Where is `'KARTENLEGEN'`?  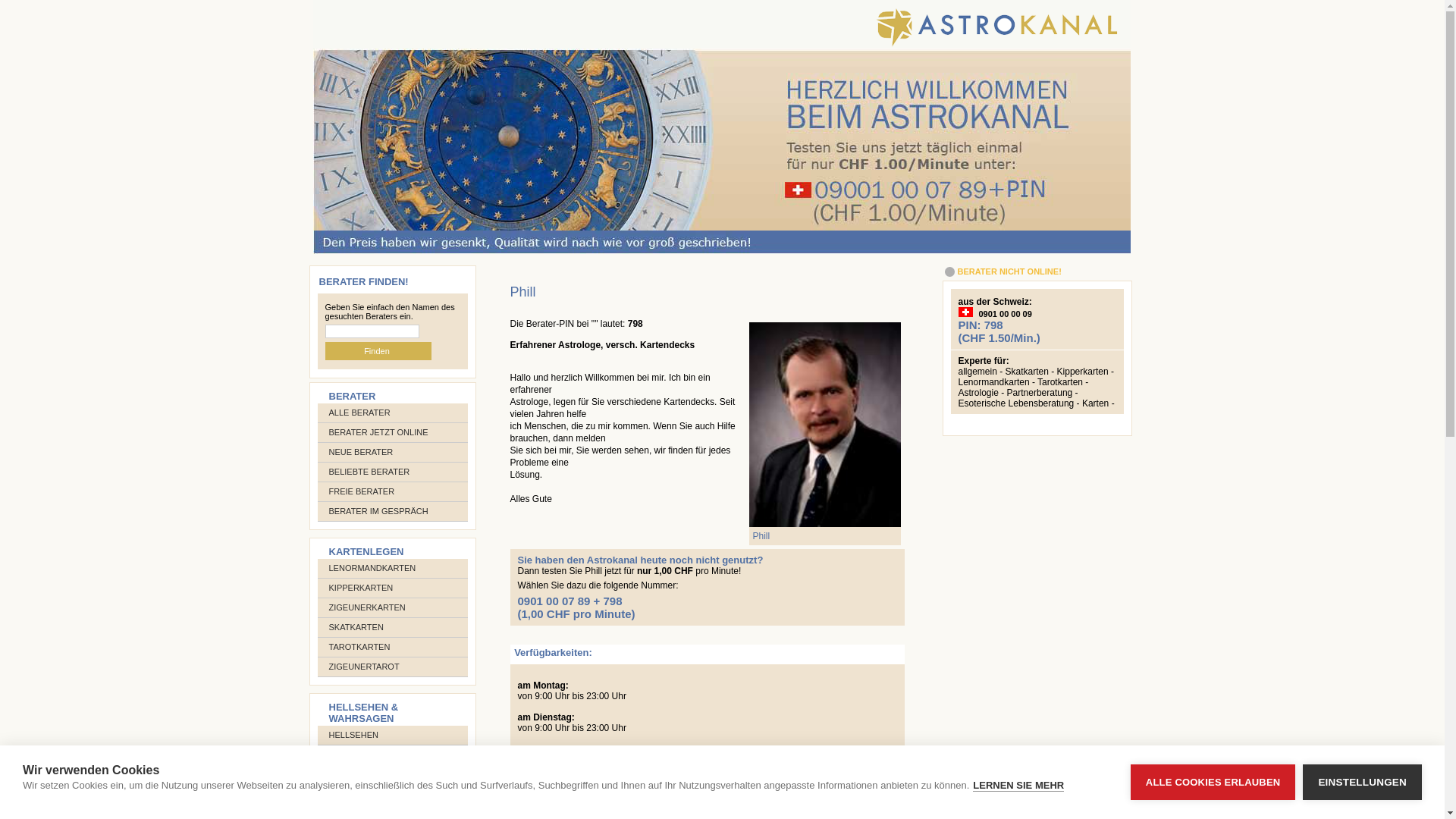 'KARTENLEGEN' is located at coordinates (328, 551).